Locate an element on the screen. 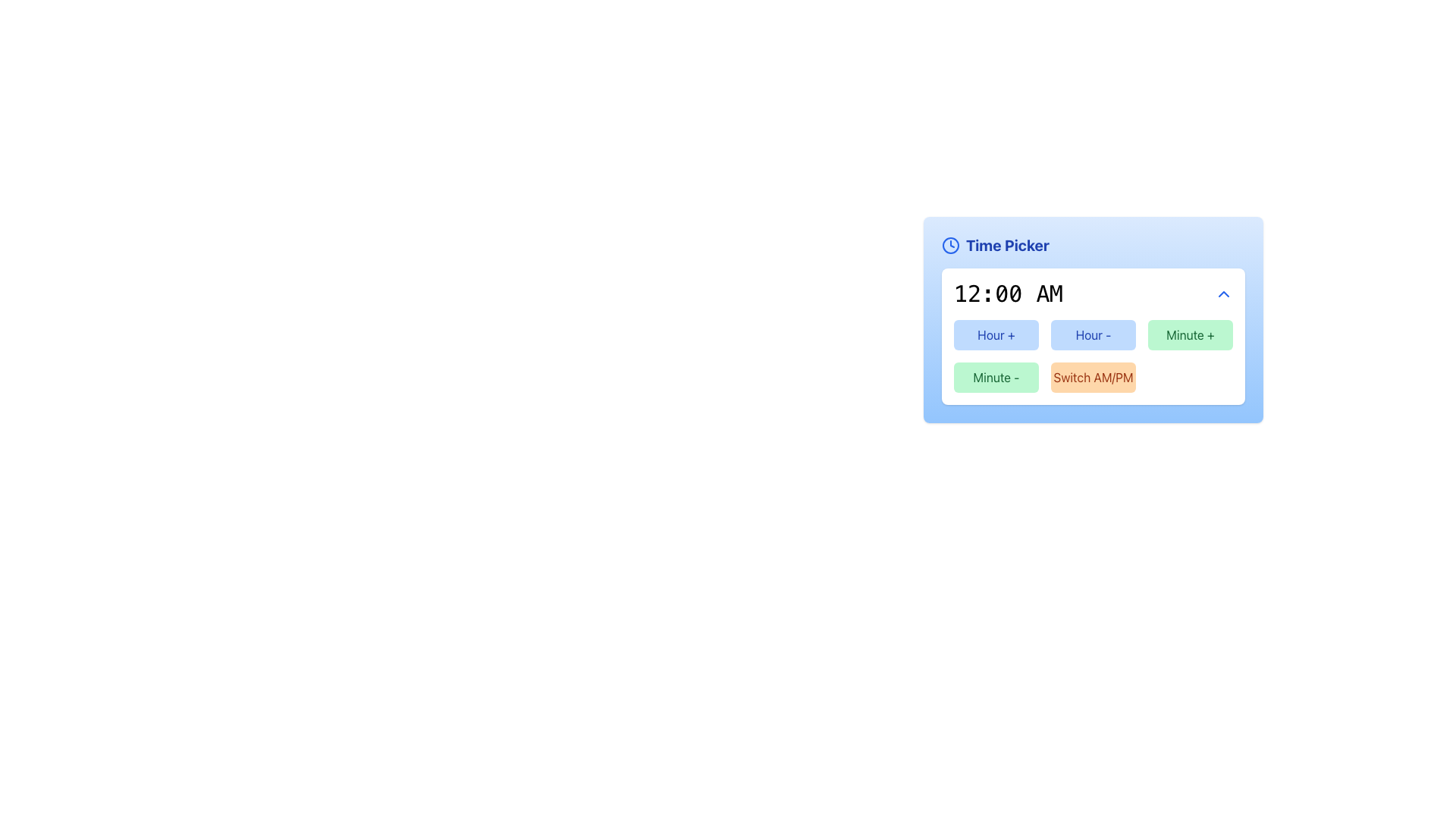 The width and height of the screenshot is (1456, 819). the 'Hour -' button in the time picker interface is located at coordinates (1093, 334).